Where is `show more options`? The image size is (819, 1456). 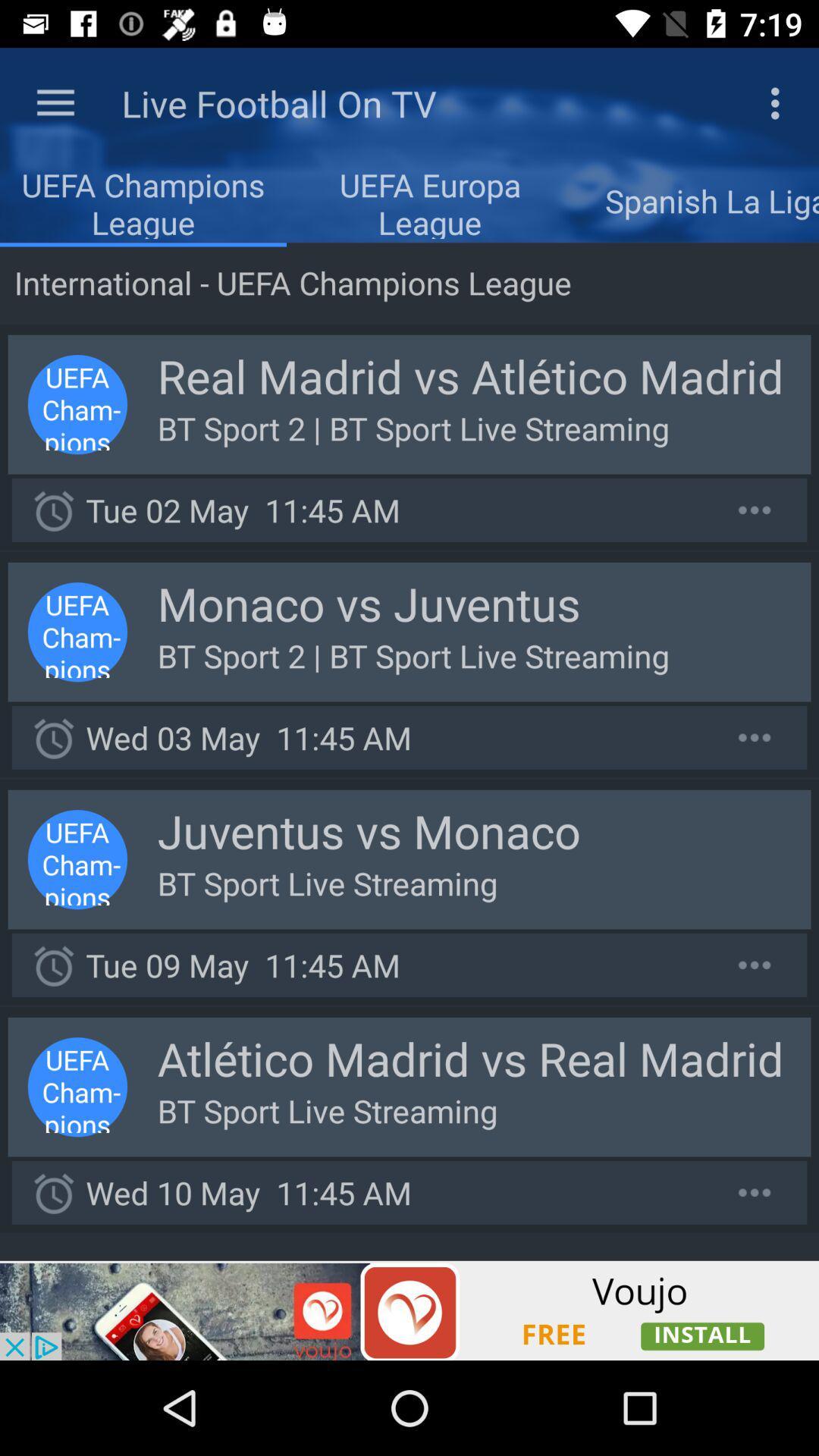
show more options is located at coordinates (755, 737).